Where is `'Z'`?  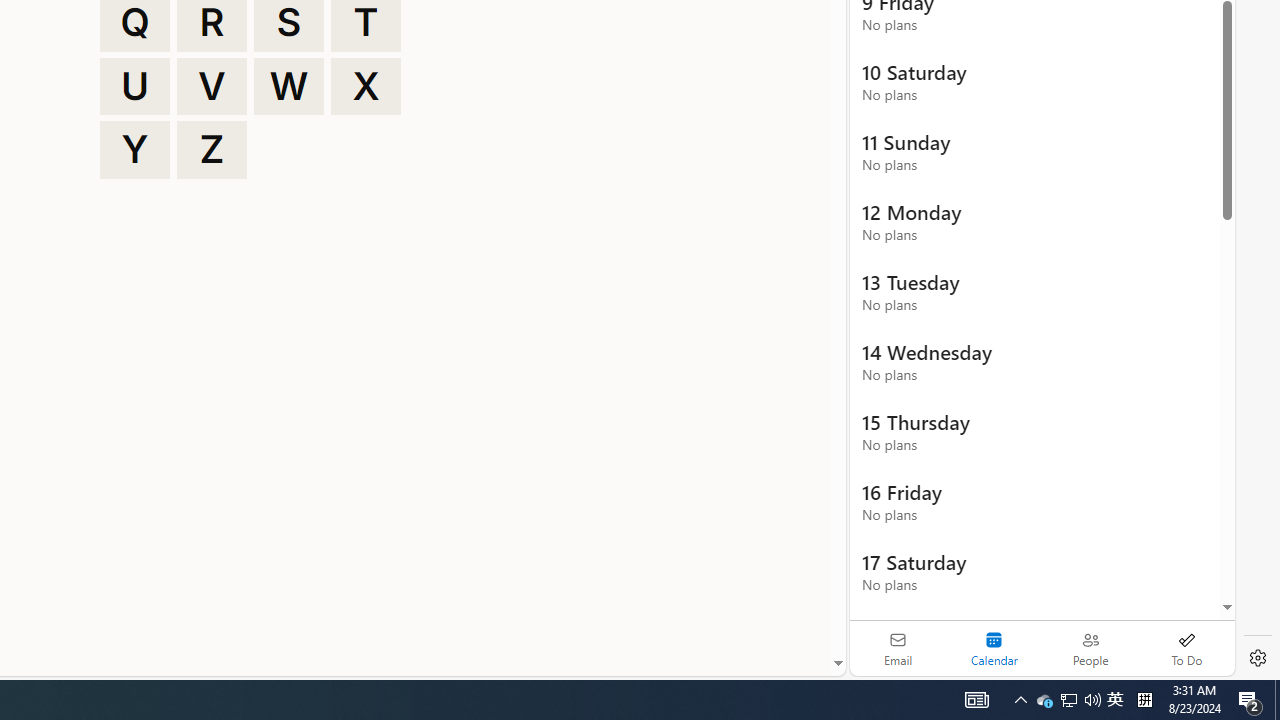 'Z' is located at coordinates (212, 149).